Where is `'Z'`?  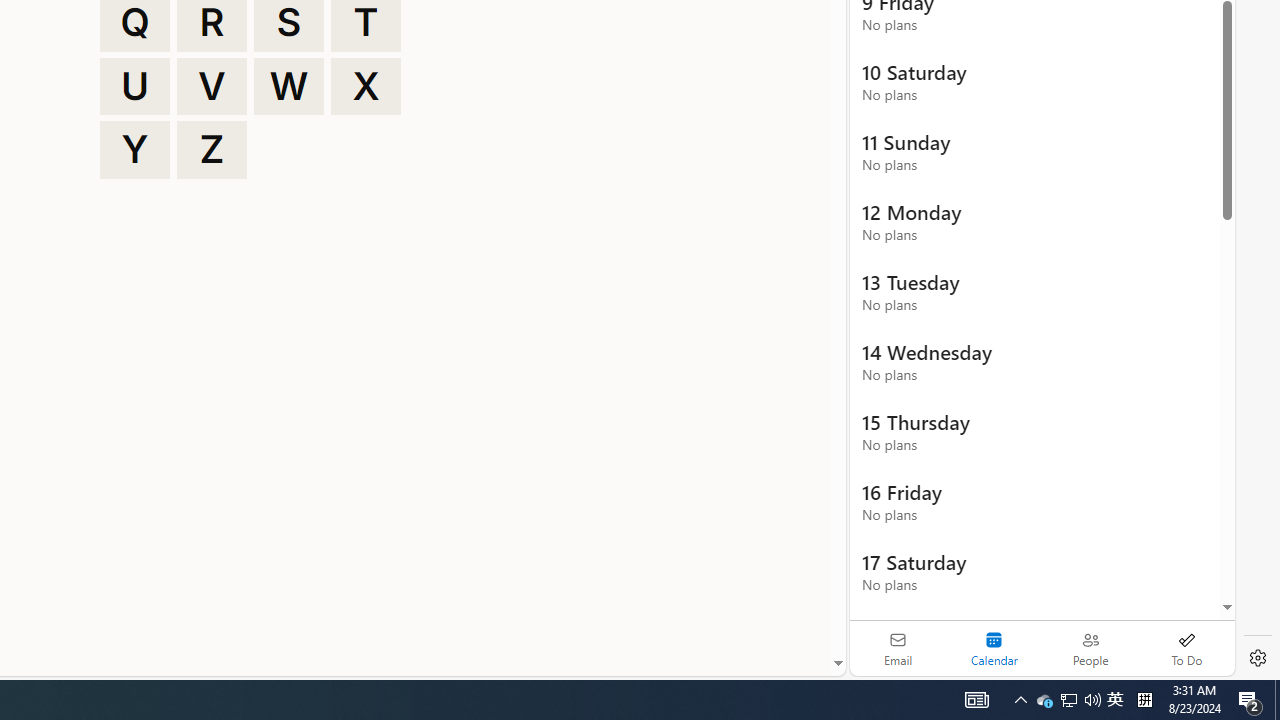 'Z' is located at coordinates (212, 149).